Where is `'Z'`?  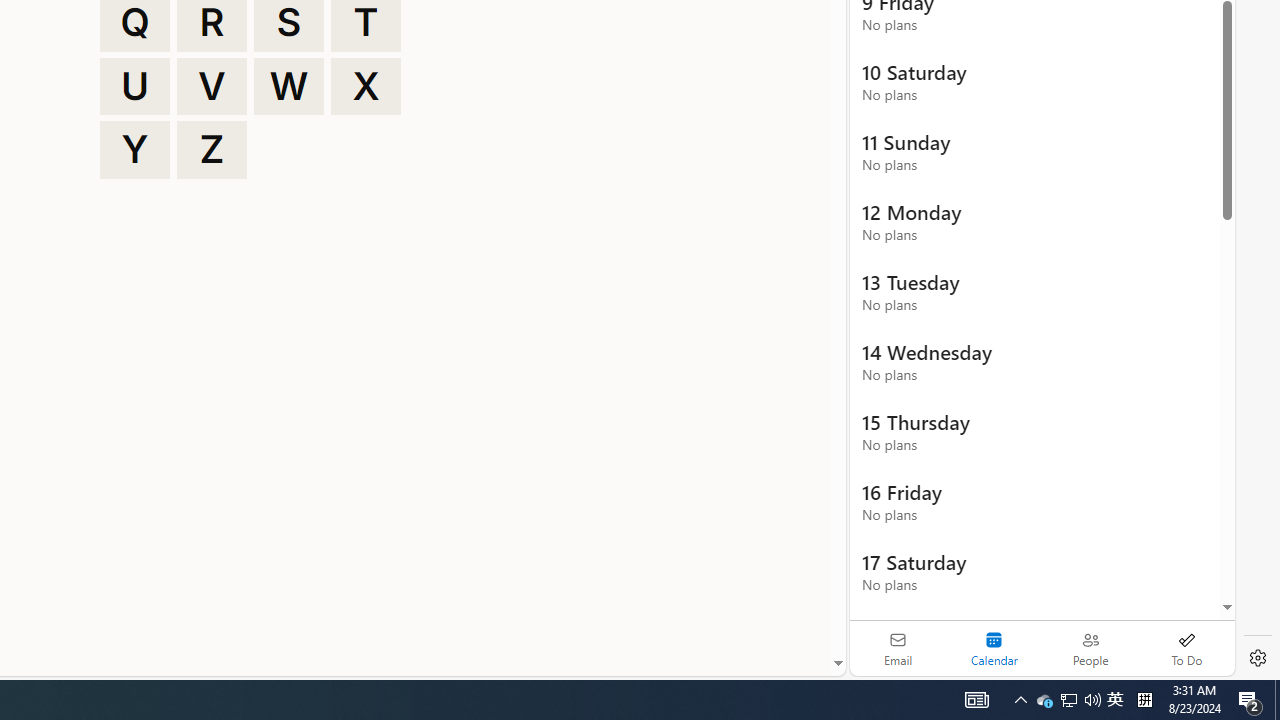 'Z' is located at coordinates (212, 149).